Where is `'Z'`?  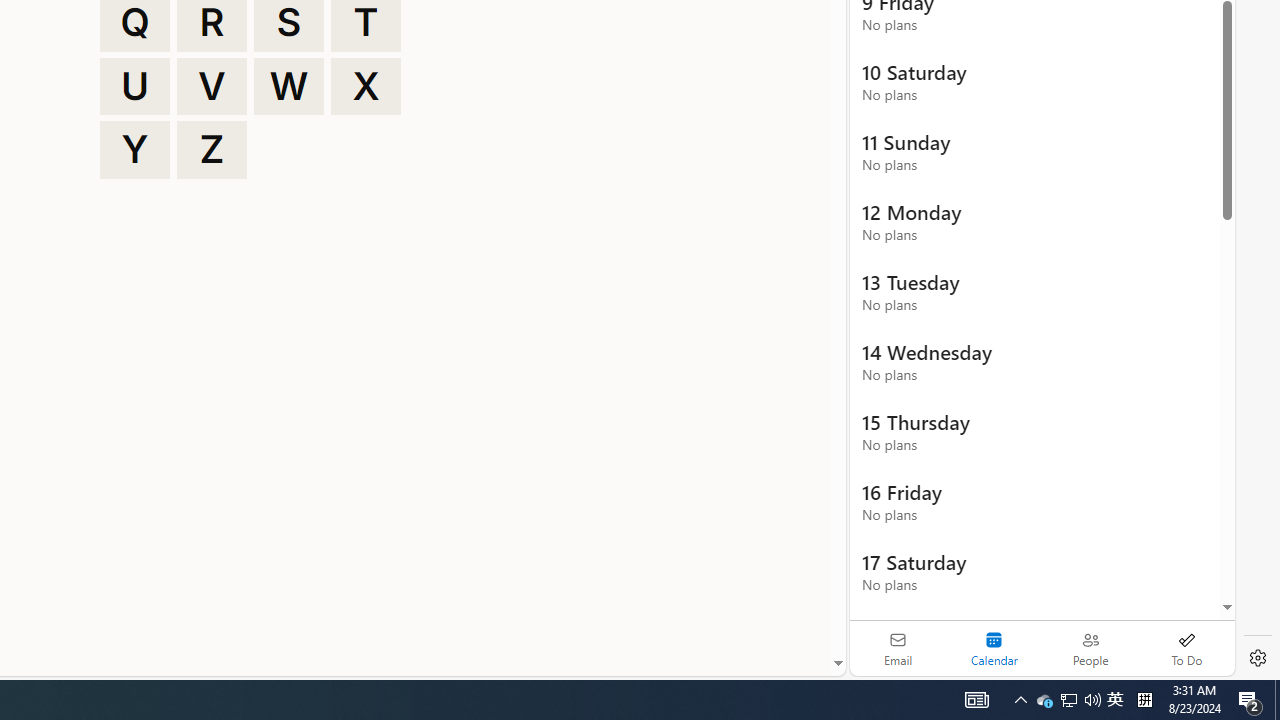 'Z' is located at coordinates (212, 149).